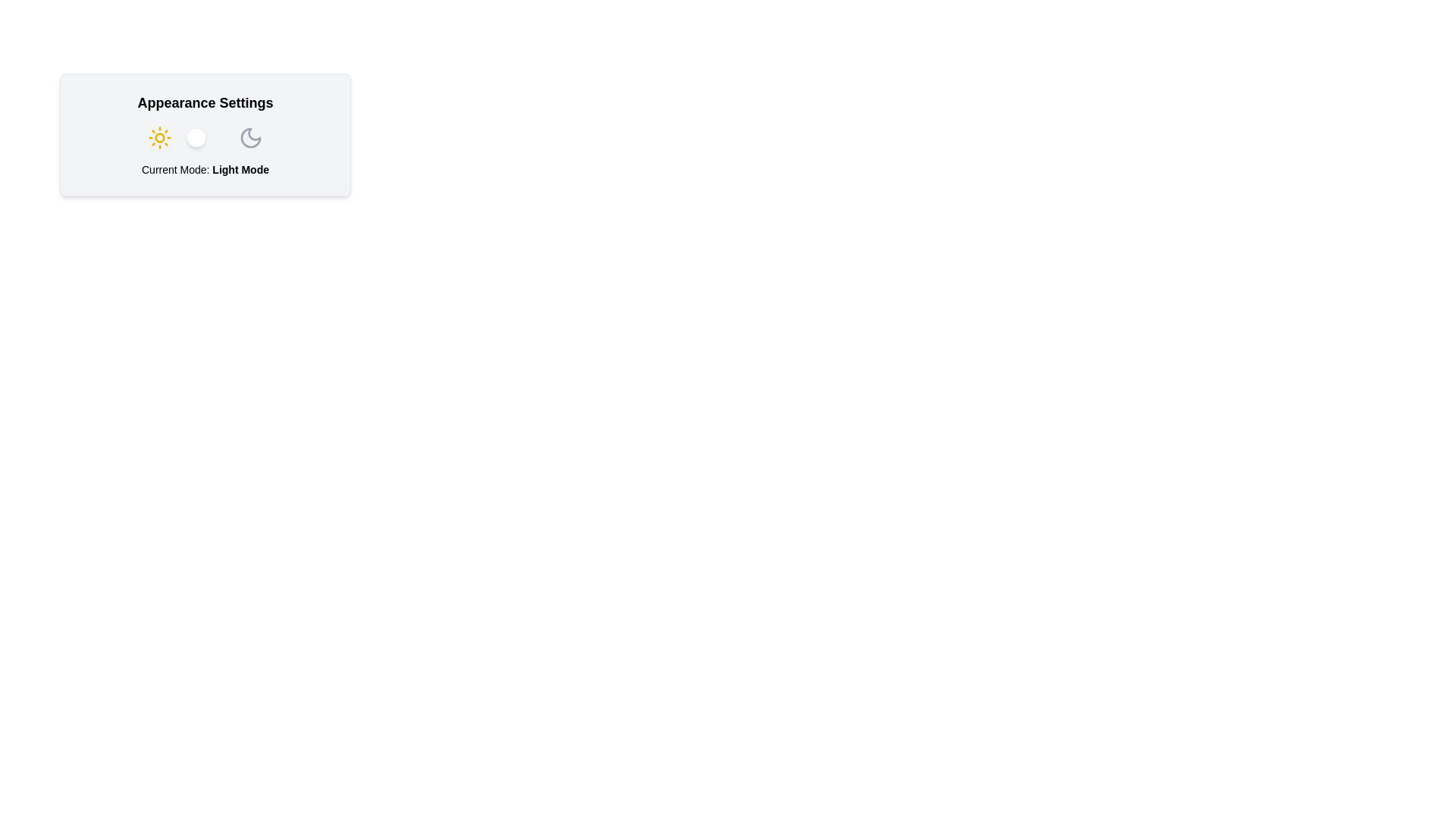 The width and height of the screenshot is (1456, 819). I want to click on the dark mode toggle icon located in the top-right section of the appearance settings card, which is the third interactive element in the horizontal sequence, so click(251, 137).